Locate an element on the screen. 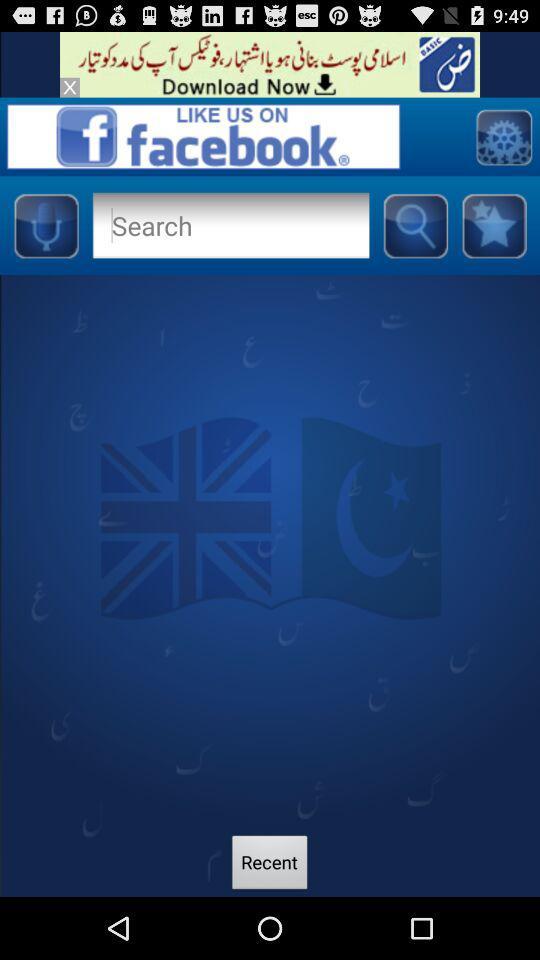 This screenshot has height=960, width=540. search for item/subject is located at coordinates (414, 225).